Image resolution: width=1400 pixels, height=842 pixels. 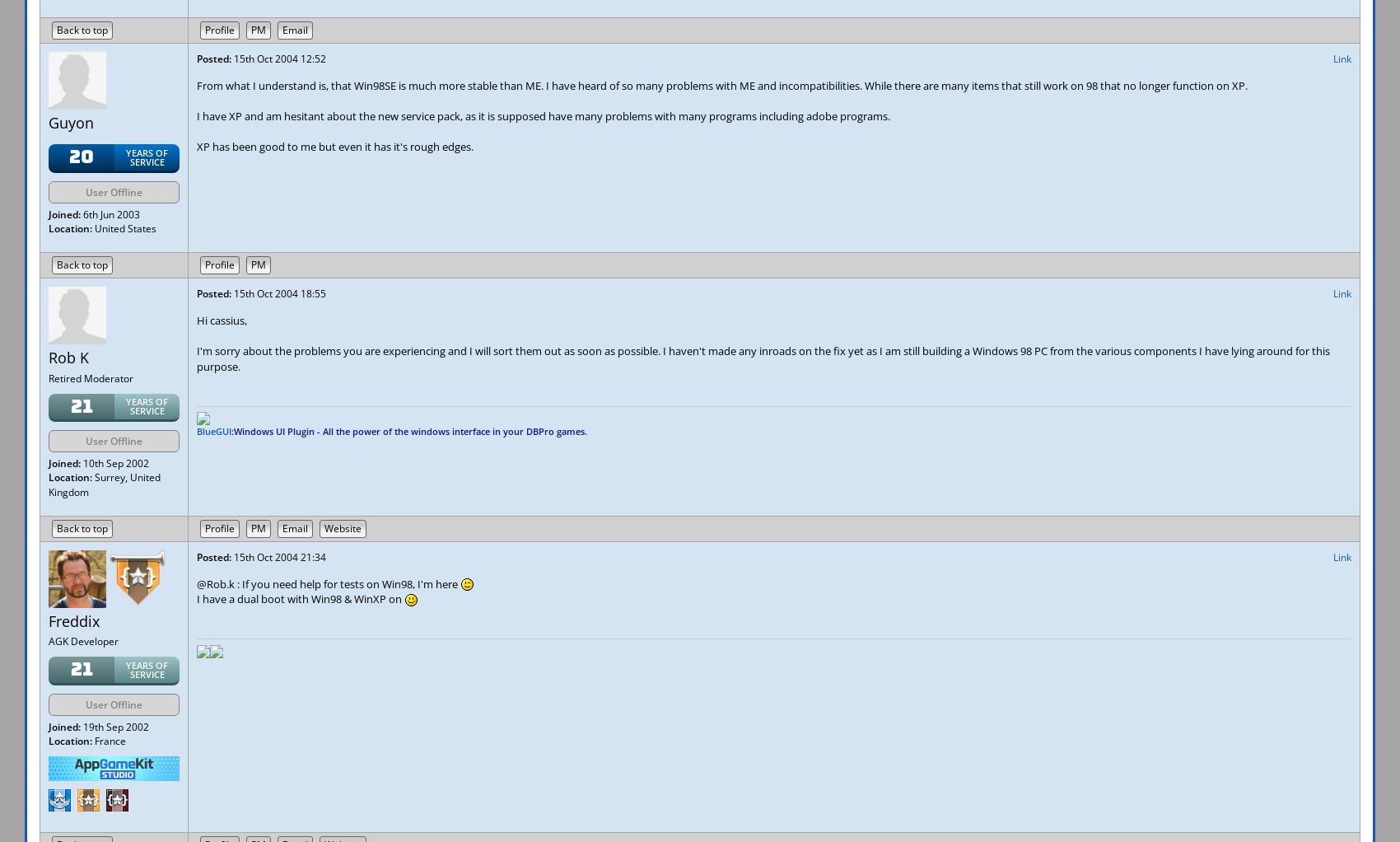 What do you see at coordinates (231, 293) in the screenshot?
I see `'15th Oct 2004 18:55'` at bounding box center [231, 293].